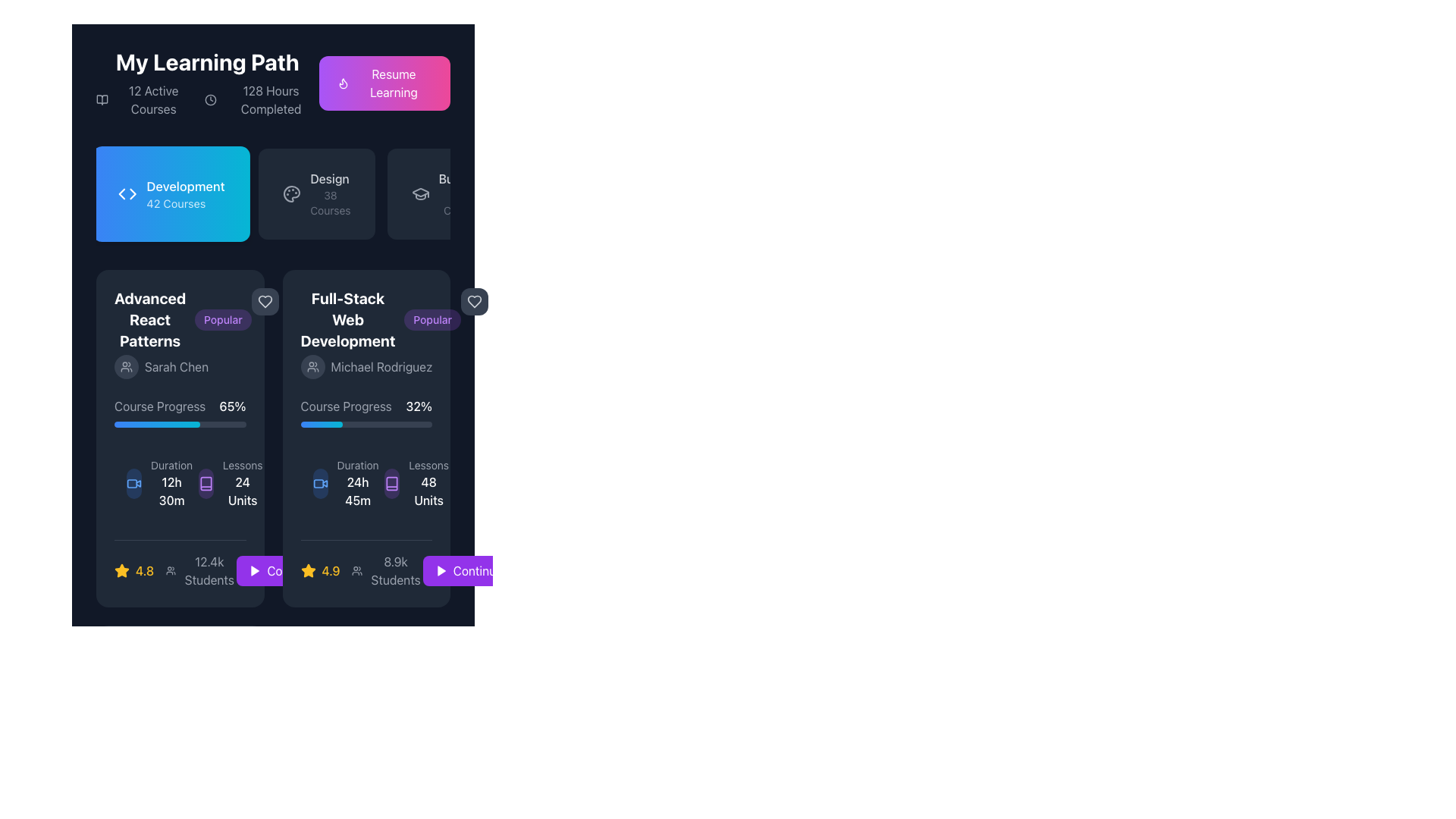 The image size is (1456, 819). Describe the element at coordinates (366, 412) in the screenshot. I see `the Progress Indicator displaying 'Course Progress' with 32% completion, located in the 'Full-Stack Web Development' section` at that location.